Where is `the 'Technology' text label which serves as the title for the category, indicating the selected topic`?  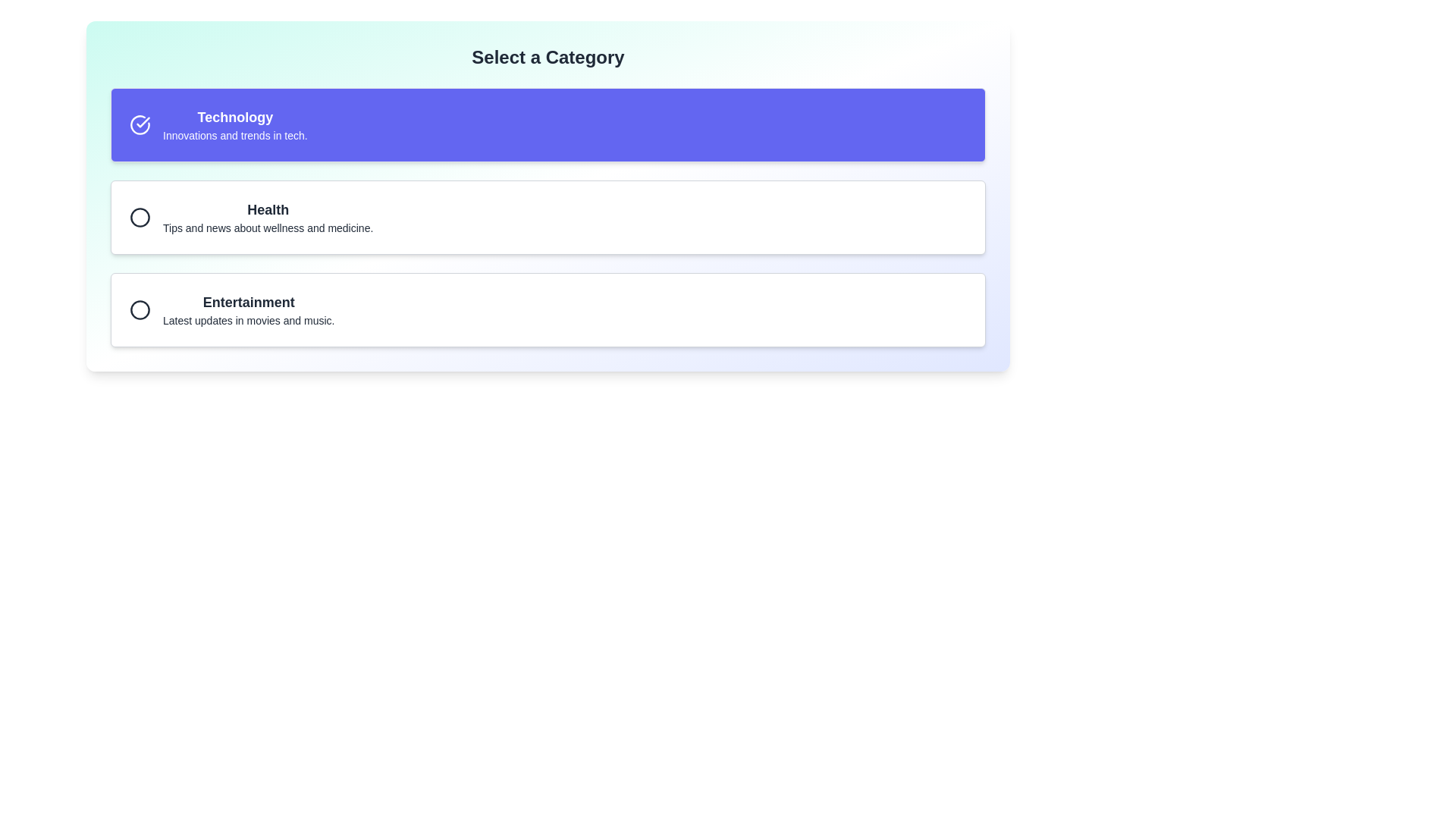 the 'Technology' text label which serves as the title for the category, indicating the selected topic is located at coordinates (234, 116).